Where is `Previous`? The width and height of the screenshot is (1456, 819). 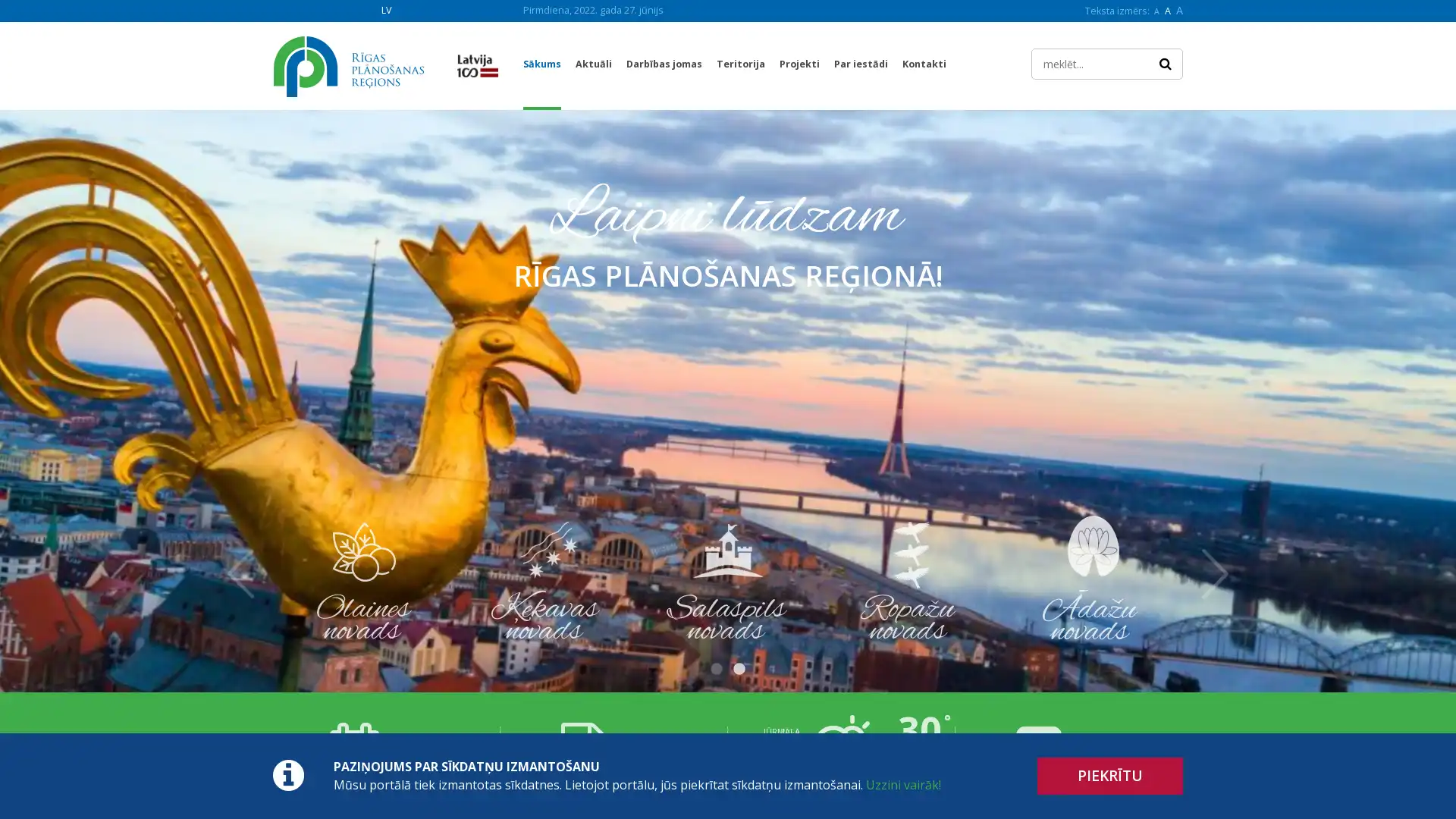
Previous is located at coordinates (240, 573).